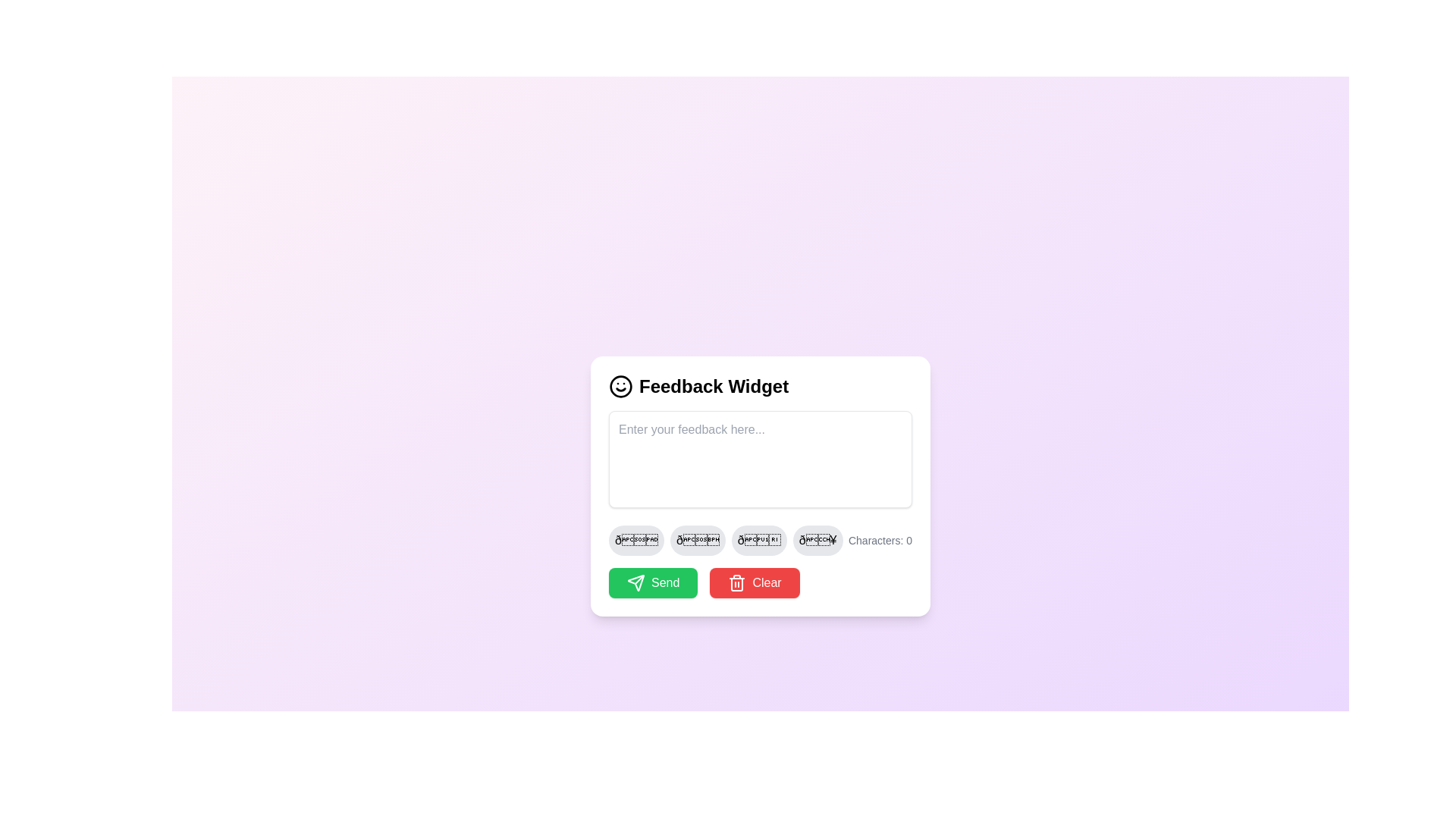 The image size is (1456, 819). I want to click on the green 'Send' button with rounded edges, which has a white paper plane icon and is adjacent to the red 'Clear' button, so click(653, 582).